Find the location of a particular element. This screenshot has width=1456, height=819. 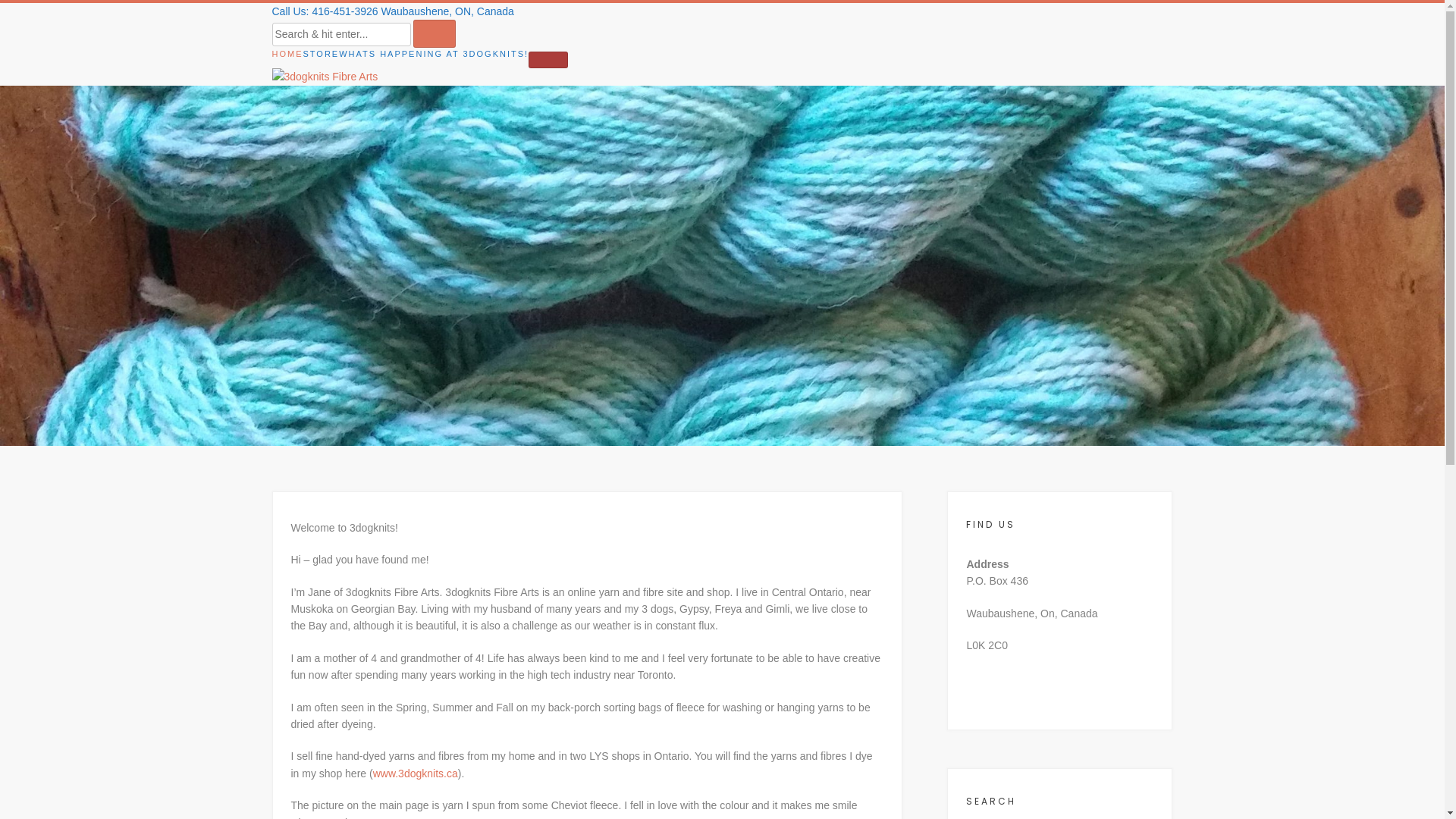

'WHATS HAPPENING AT 3DOGKNITS!' is located at coordinates (337, 54).